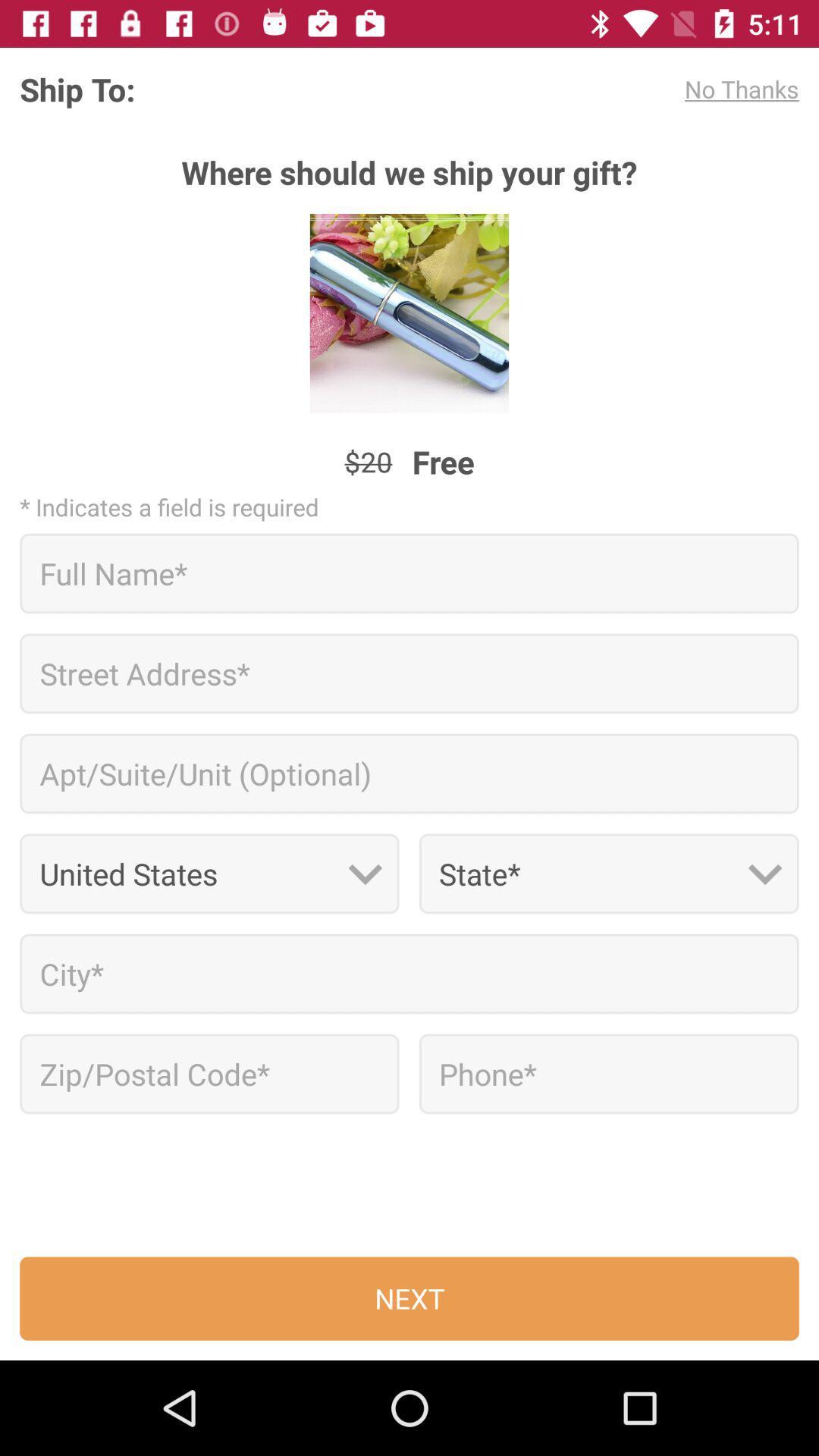 The image size is (819, 1456). What do you see at coordinates (209, 1073) in the screenshot?
I see `application form the article` at bounding box center [209, 1073].